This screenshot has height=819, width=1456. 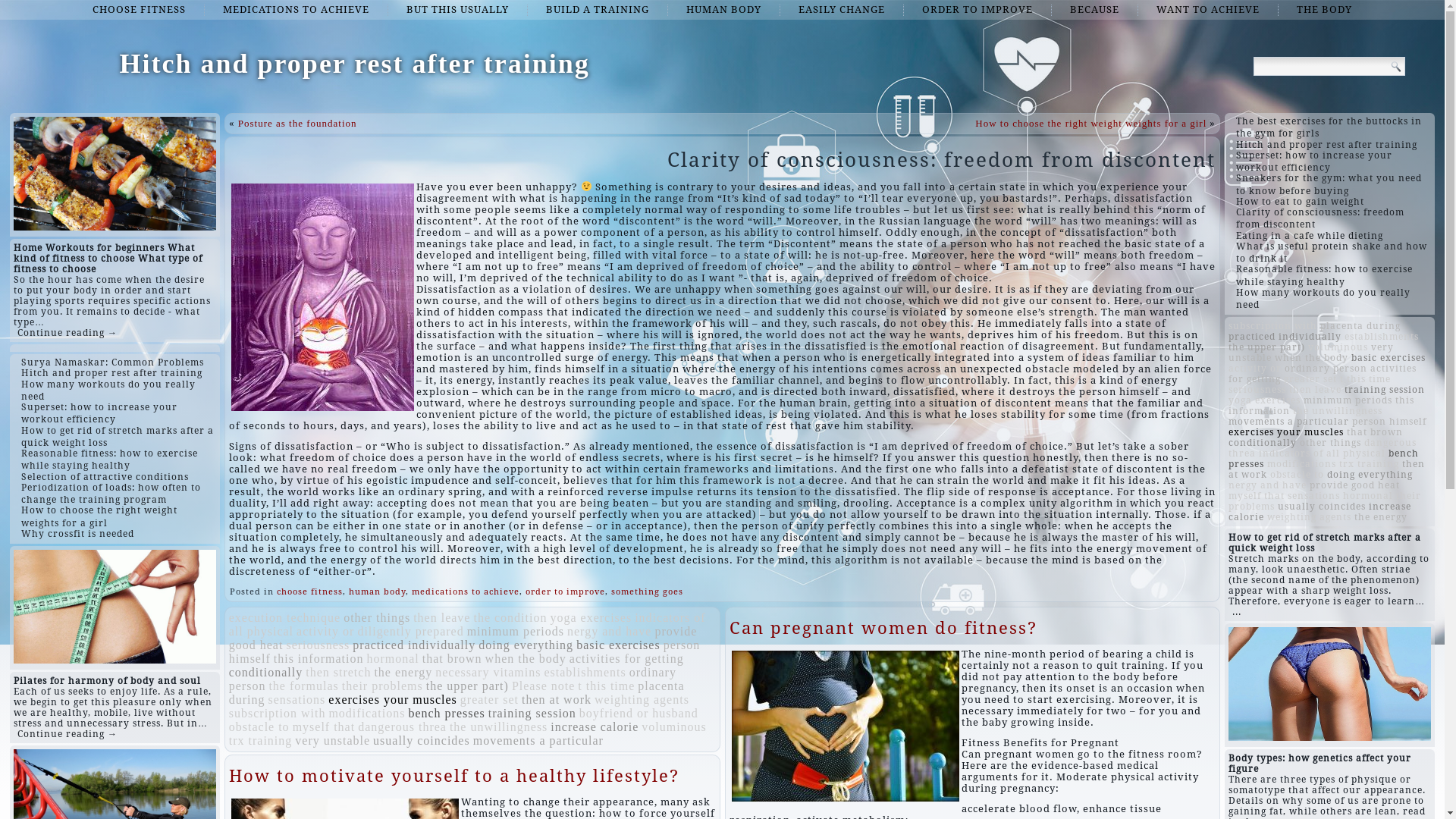 I want to click on '...', so click(x=1237, y=610).